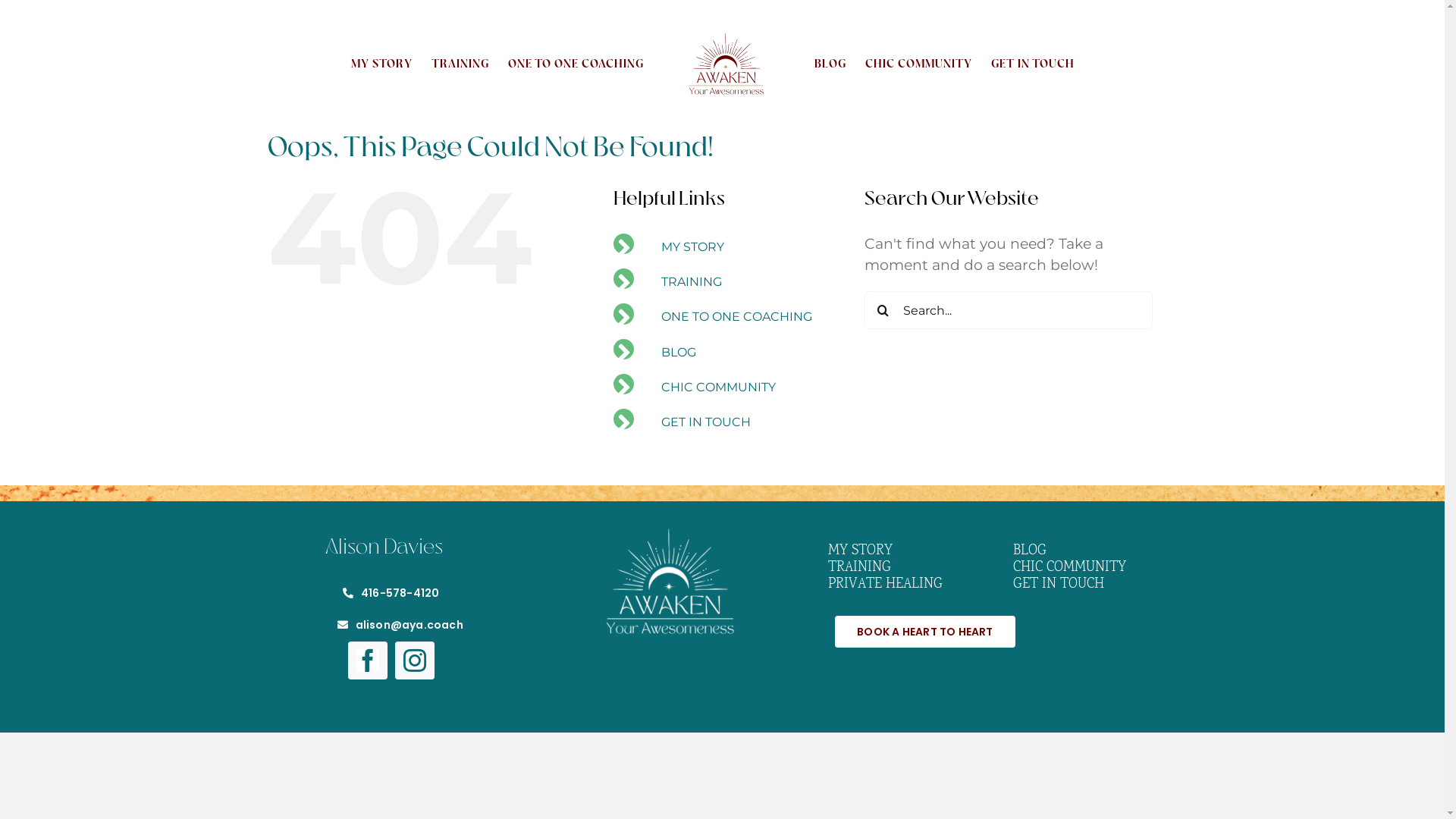  Describe the element at coordinates (677, 352) in the screenshot. I see `'BLOG'` at that location.